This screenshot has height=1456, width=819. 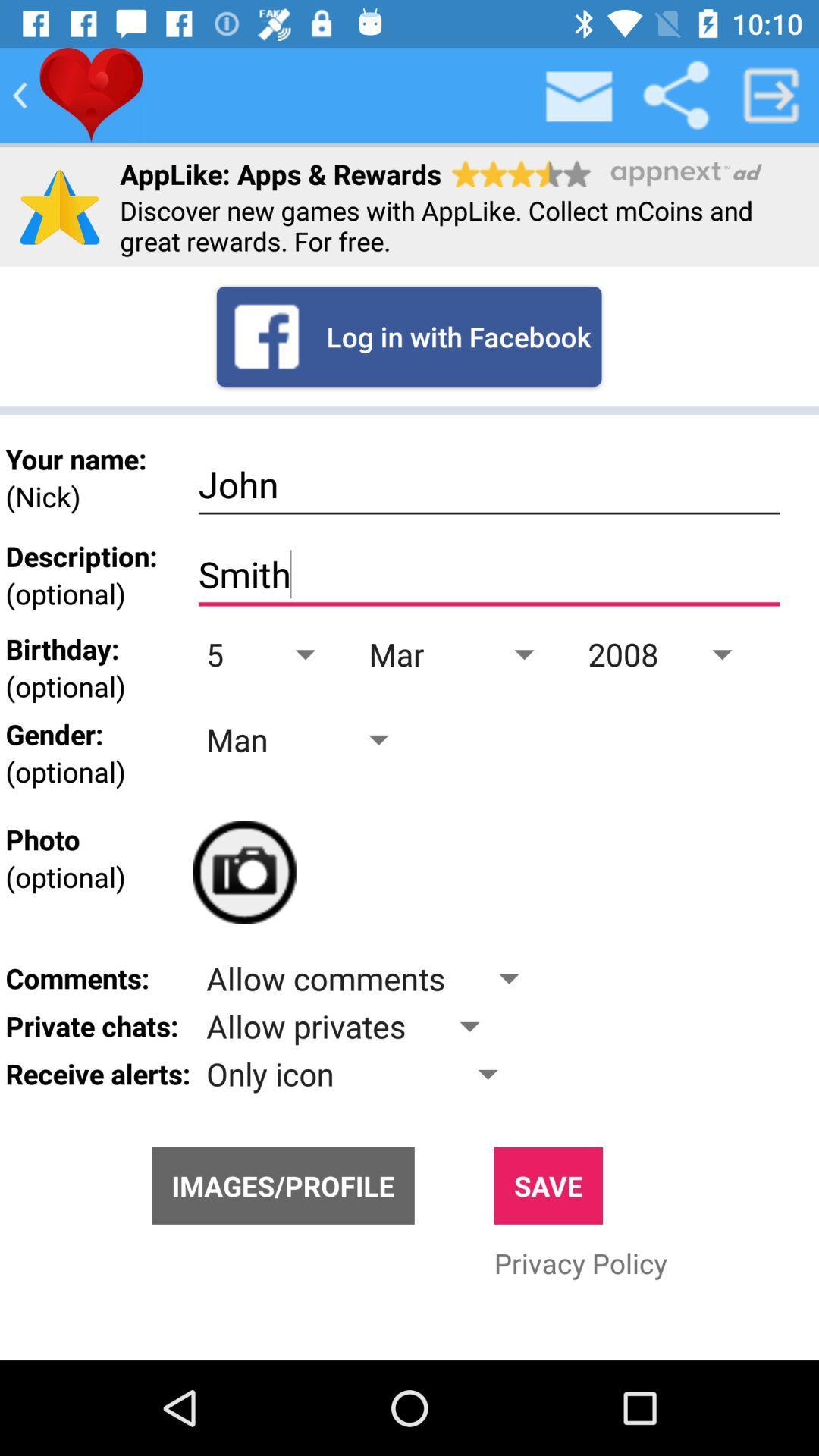 I want to click on out, so click(x=771, y=94).